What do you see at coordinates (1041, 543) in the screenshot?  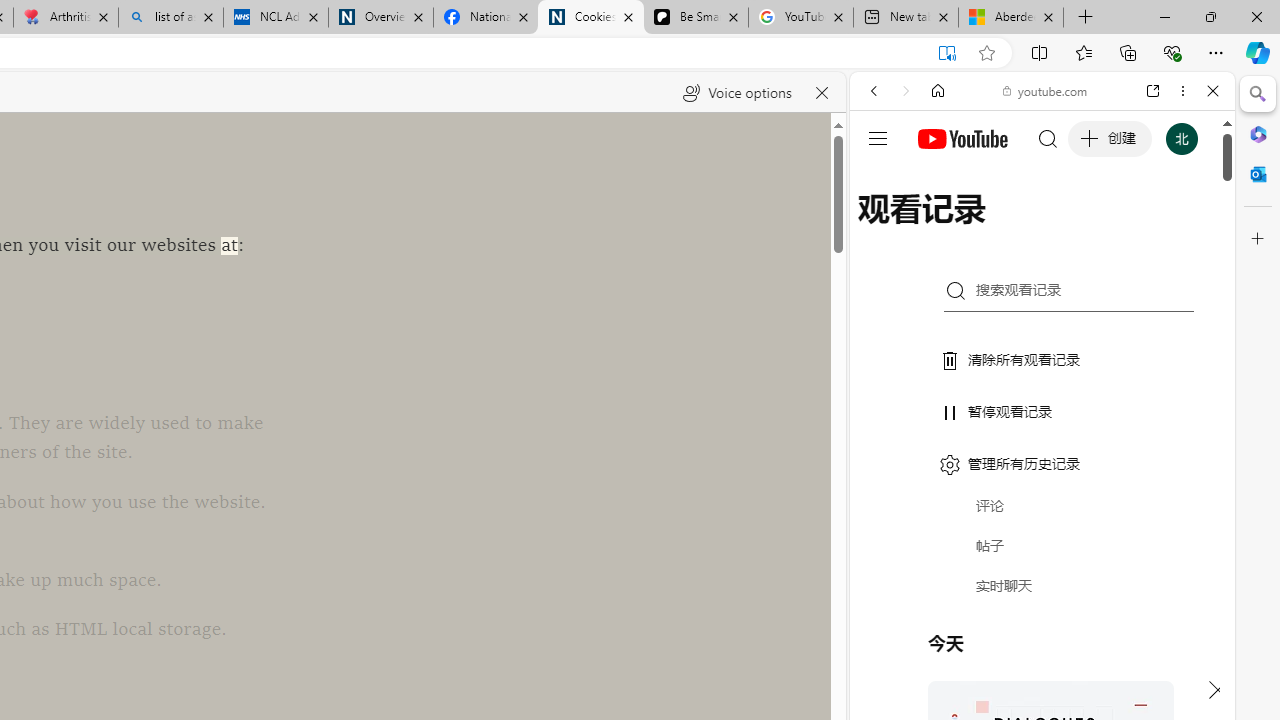 I see `'Music'` at bounding box center [1041, 543].